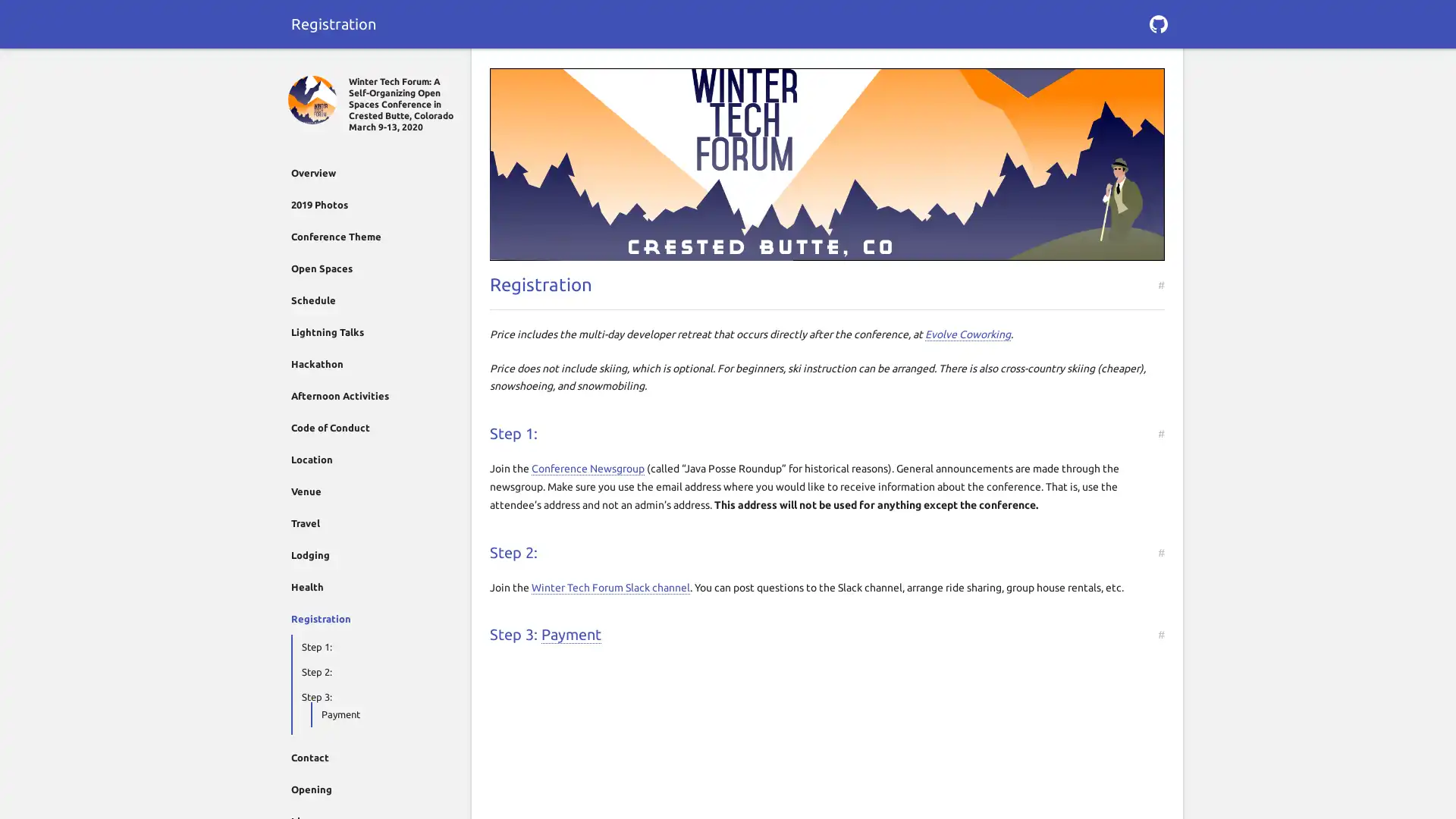  I want to click on GitHub, so click(1157, 24).